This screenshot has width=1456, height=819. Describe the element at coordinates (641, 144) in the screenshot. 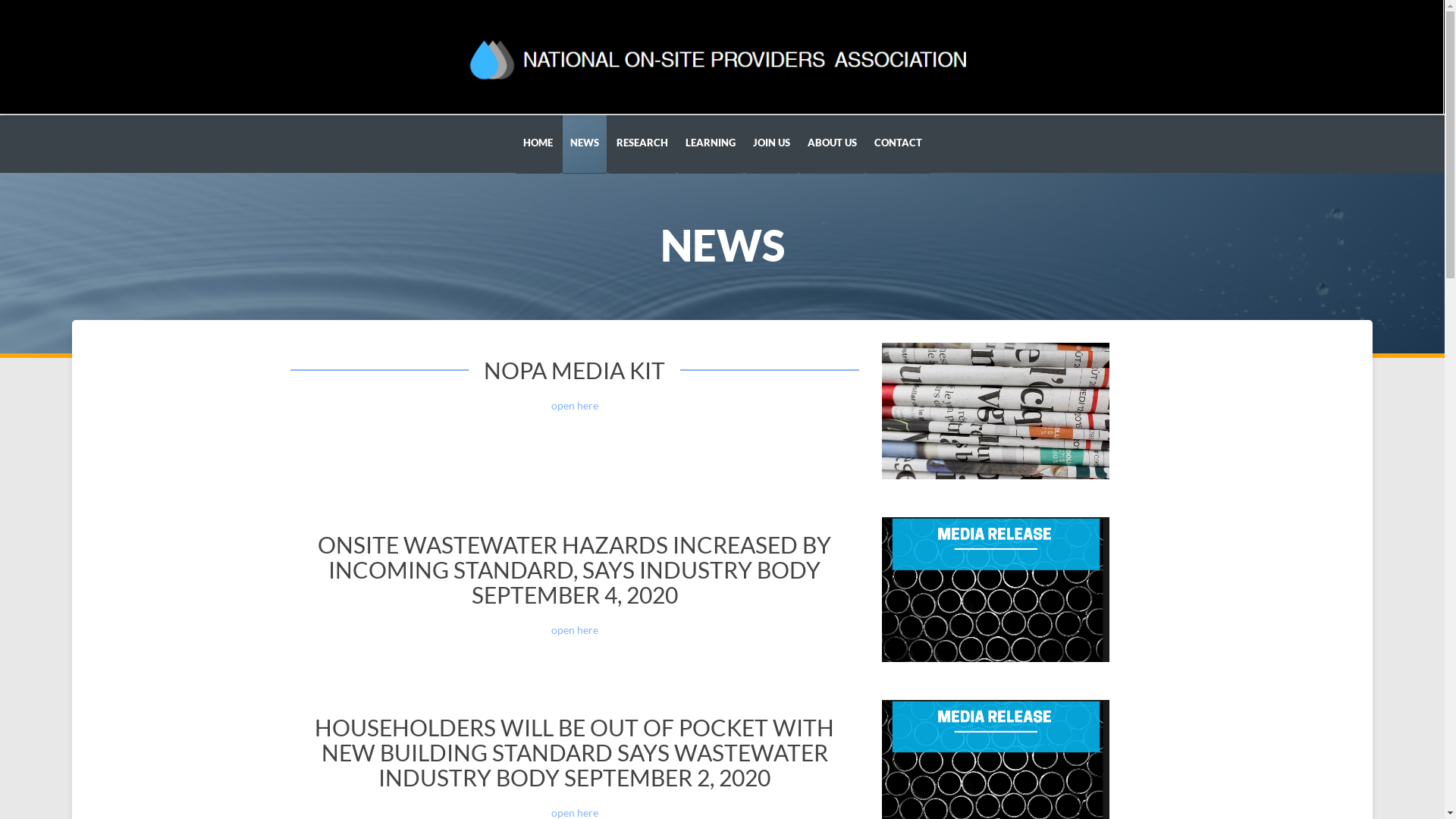

I see `'RESEARCH'` at that location.